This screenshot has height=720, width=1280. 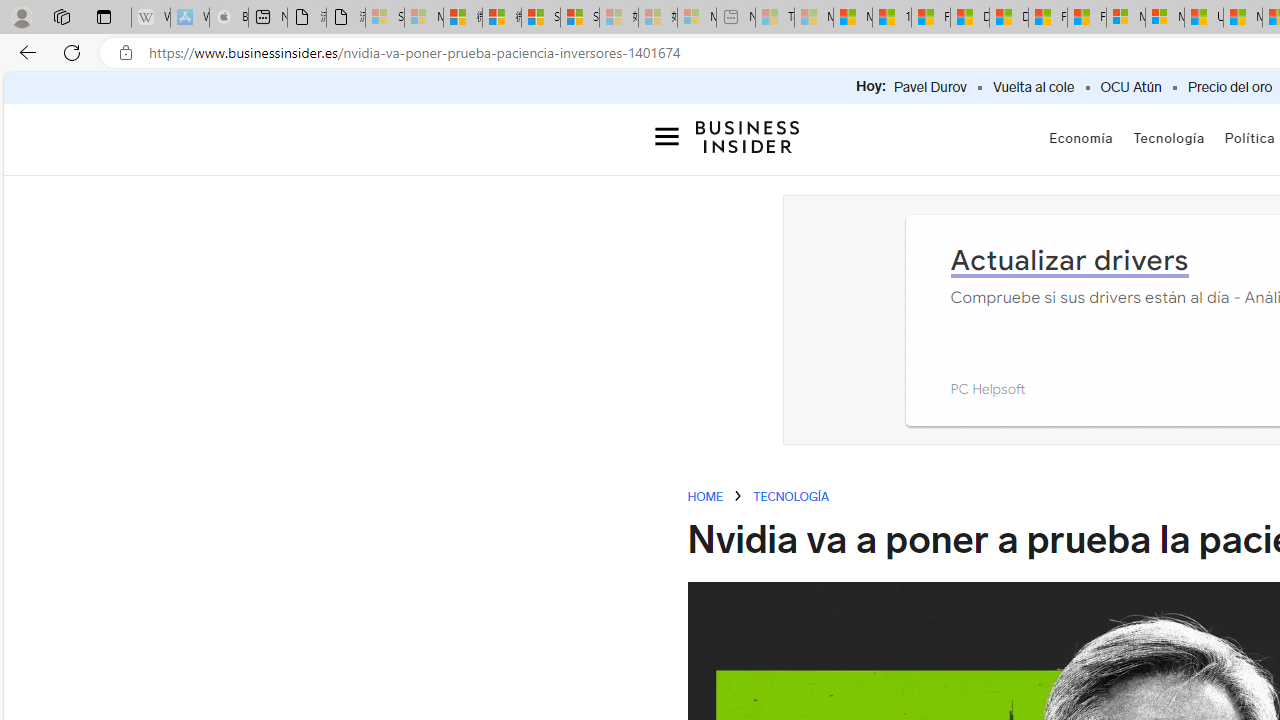 What do you see at coordinates (229, 17) in the screenshot?
I see `'Buy iPad - Apple - Sleeping'` at bounding box center [229, 17].